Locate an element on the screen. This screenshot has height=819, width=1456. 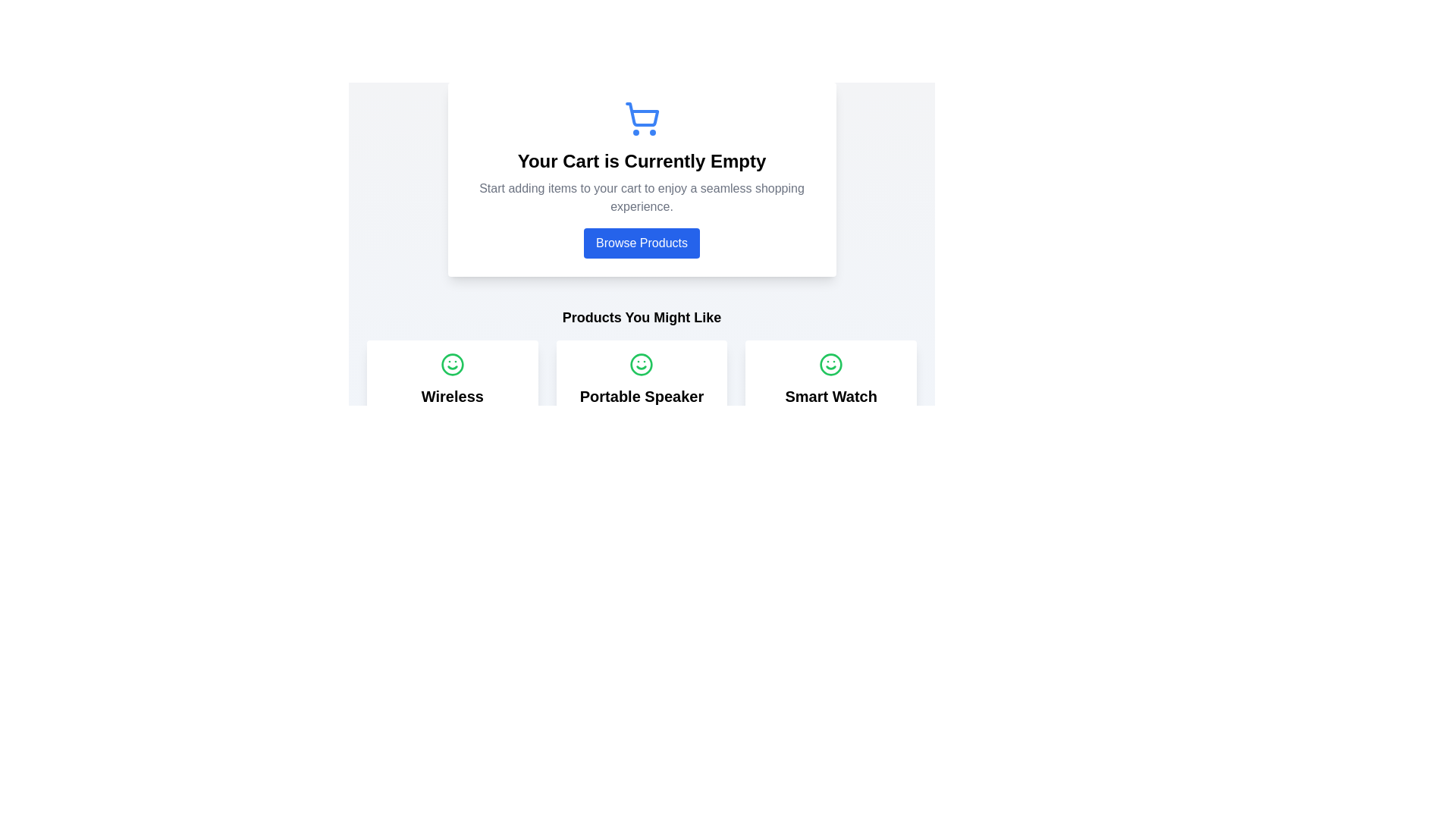
the green circular outline decorative graphic element located at the center of the smiley face icon associated with 'Portable Speaker' is located at coordinates (642, 365).